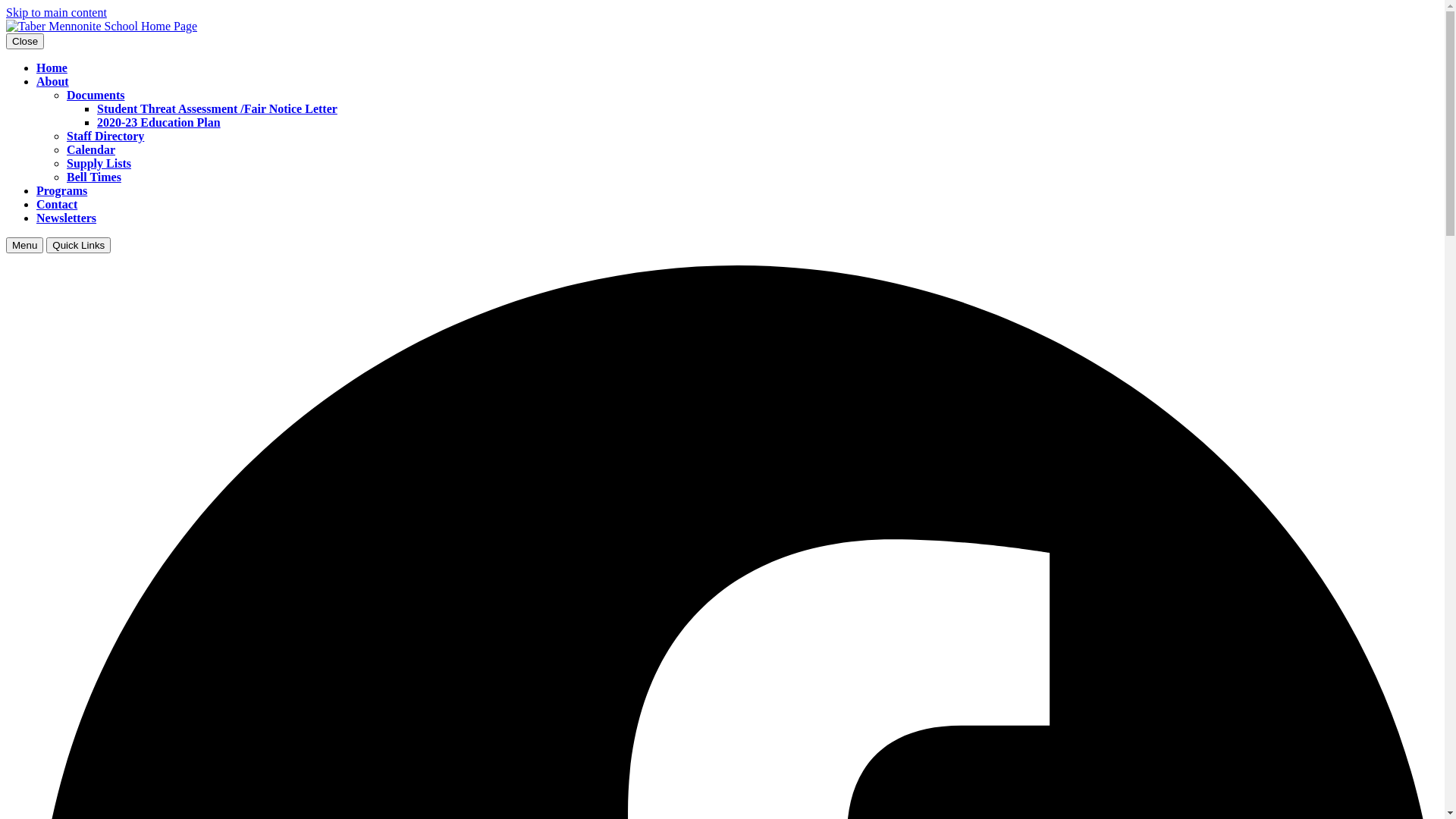 The height and width of the screenshot is (819, 1456). I want to click on 'Quick Links', so click(77, 244).